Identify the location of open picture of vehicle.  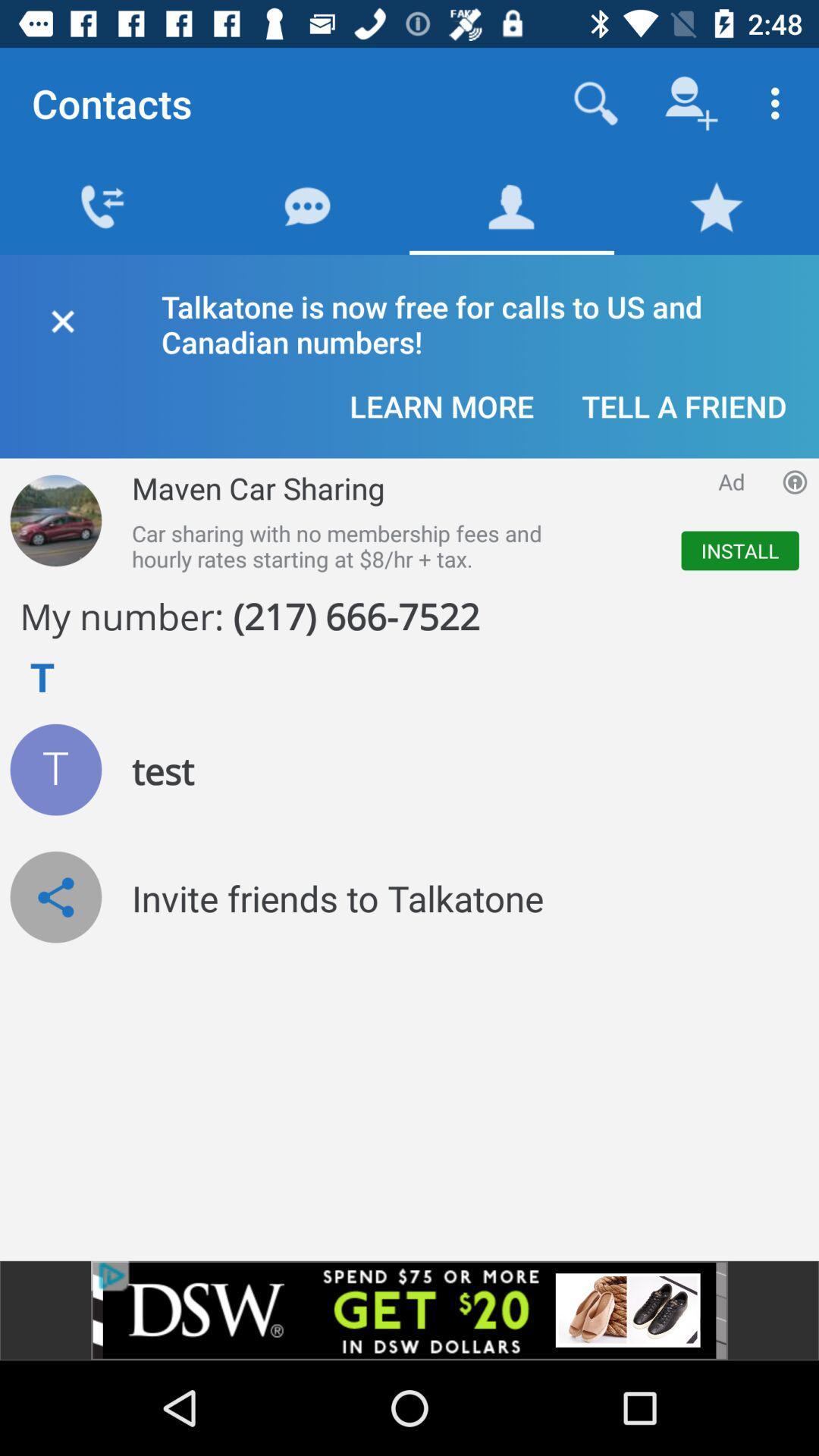
(55, 520).